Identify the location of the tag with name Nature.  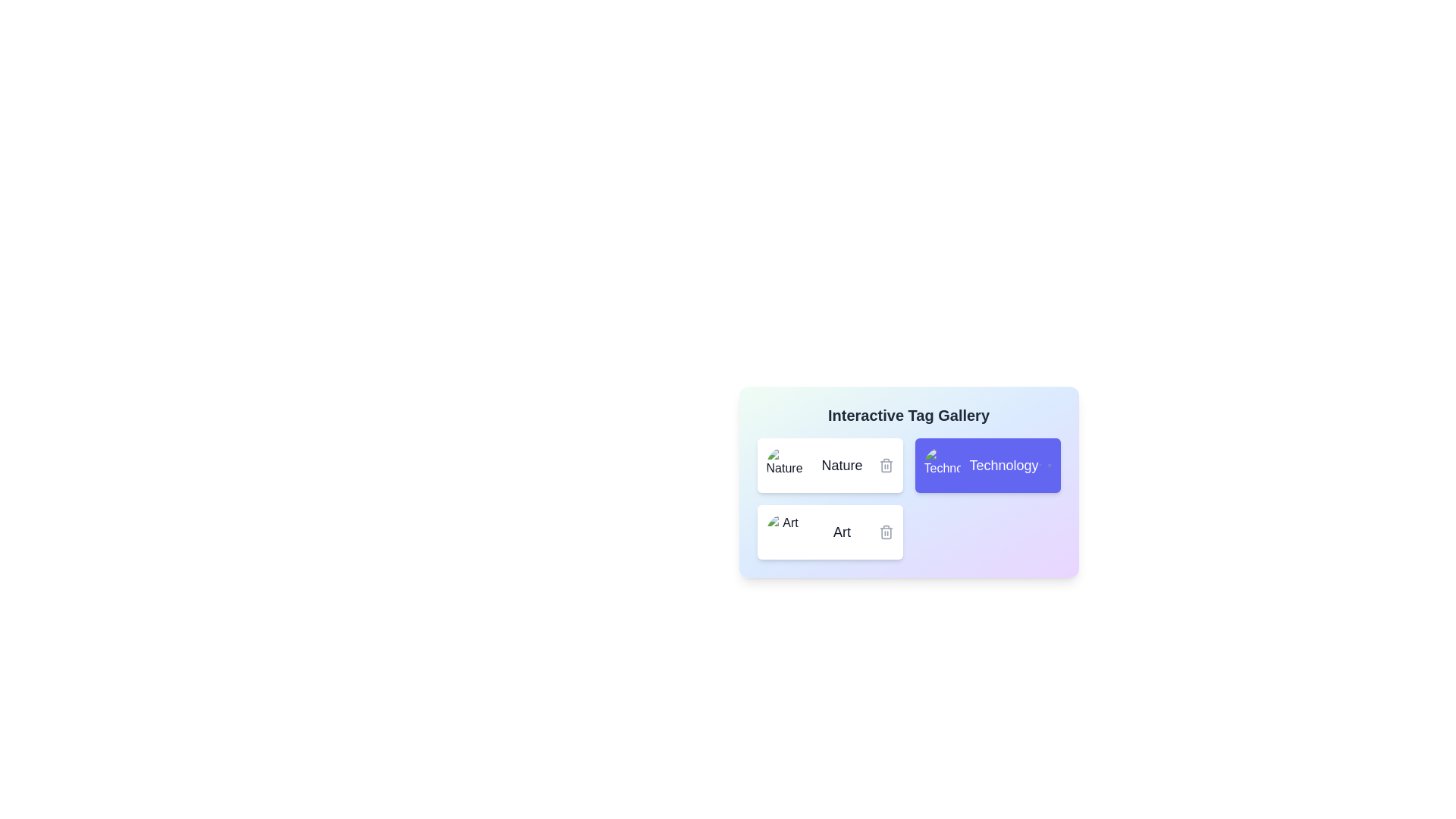
(829, 464).